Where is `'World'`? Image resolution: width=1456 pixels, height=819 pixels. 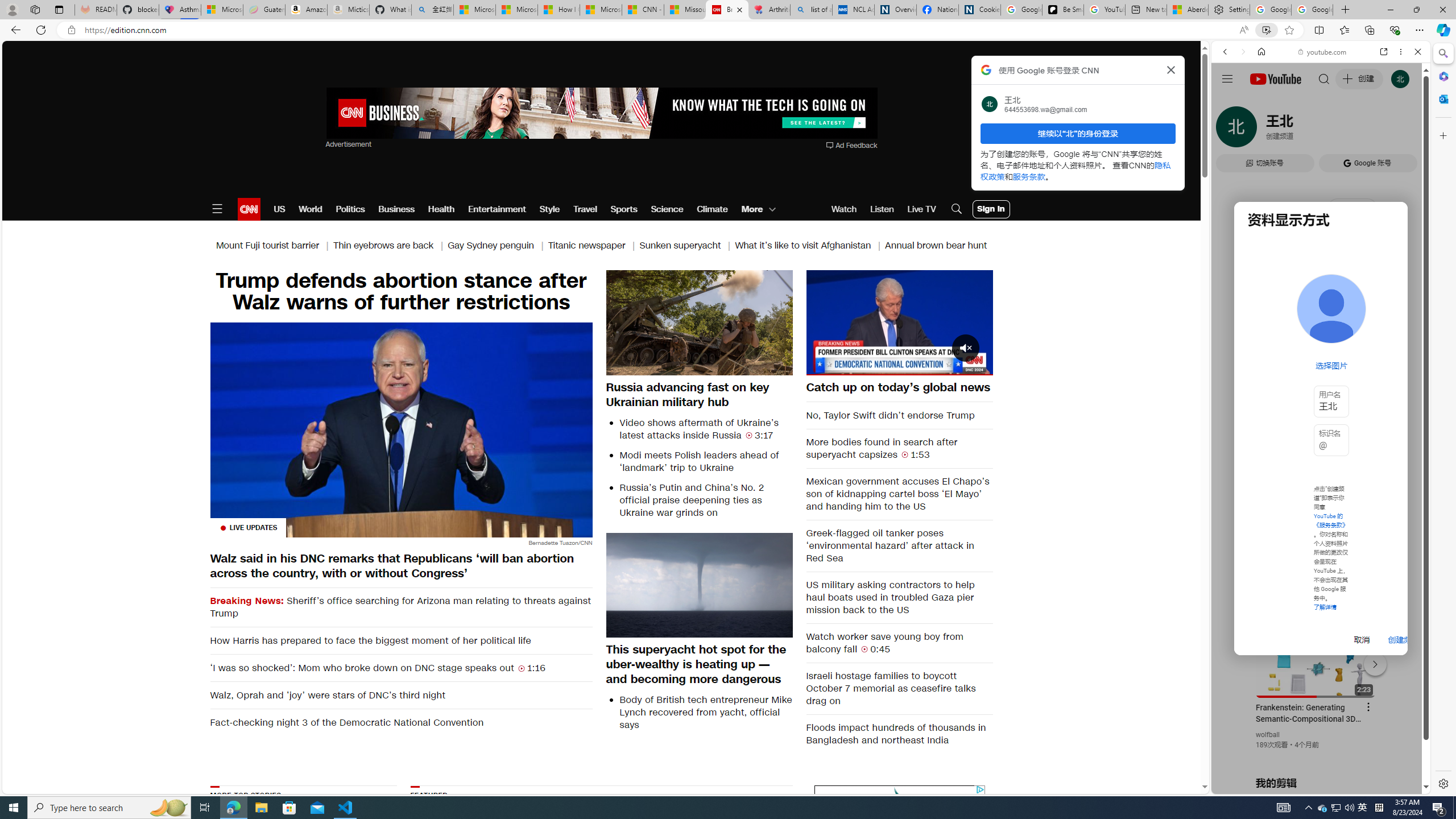 'World' is located at coordinates (310, 209).